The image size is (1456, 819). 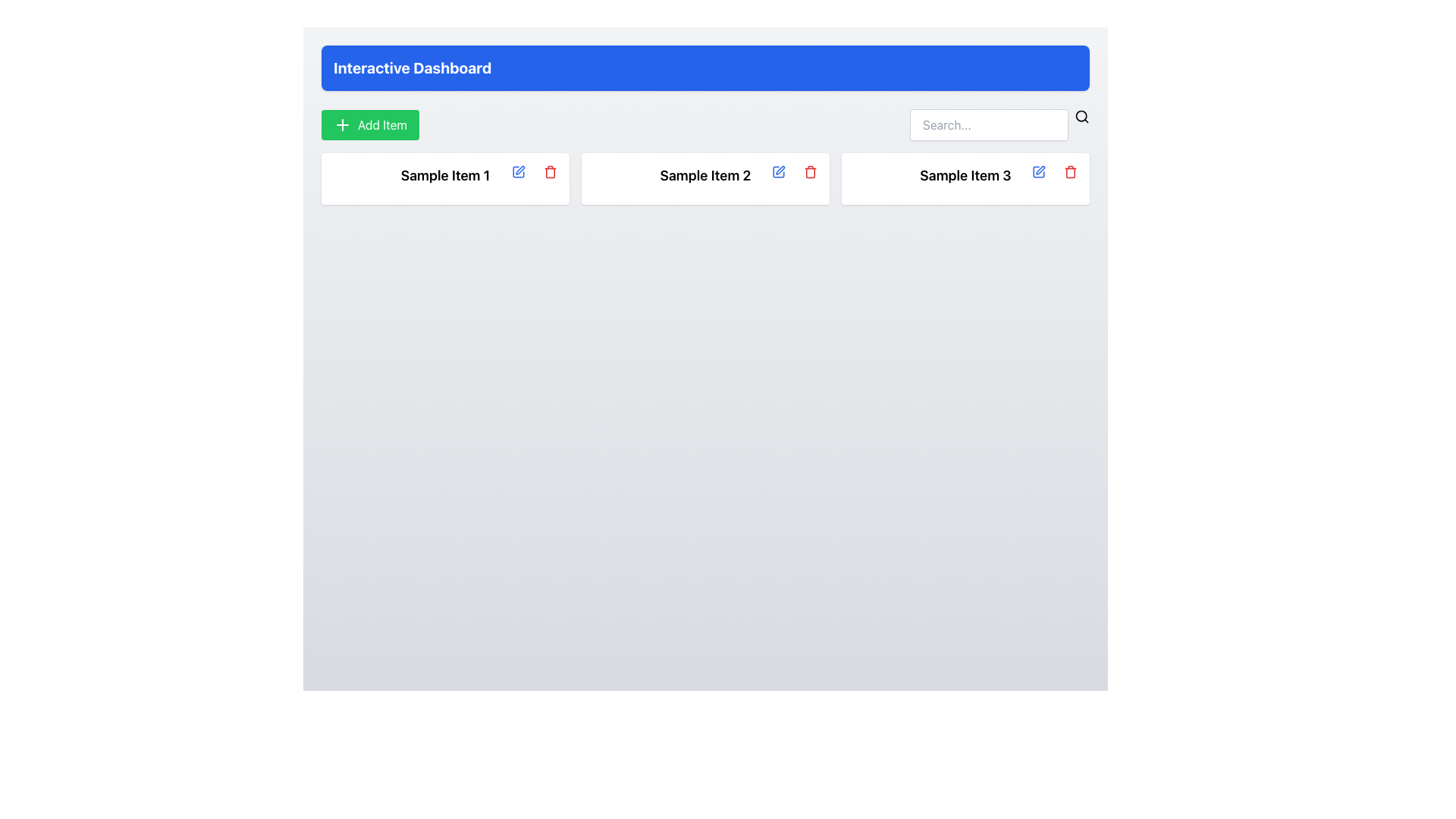 I want to click on the red trash can icon located to the right of 'Sample Item 2', so click(x=810, y=171).